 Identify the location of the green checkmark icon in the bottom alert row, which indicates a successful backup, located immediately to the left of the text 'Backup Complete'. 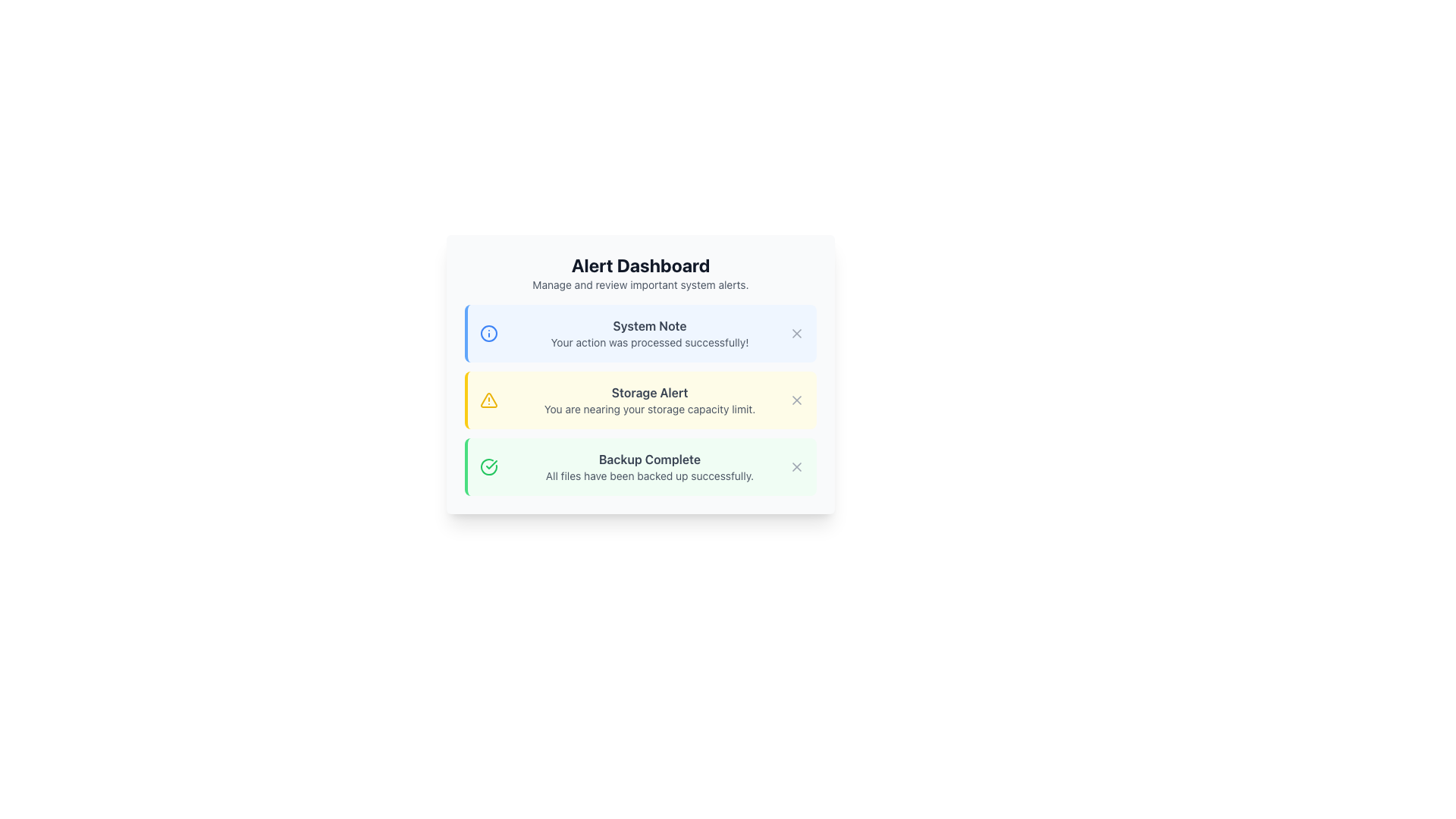
(488, 466).